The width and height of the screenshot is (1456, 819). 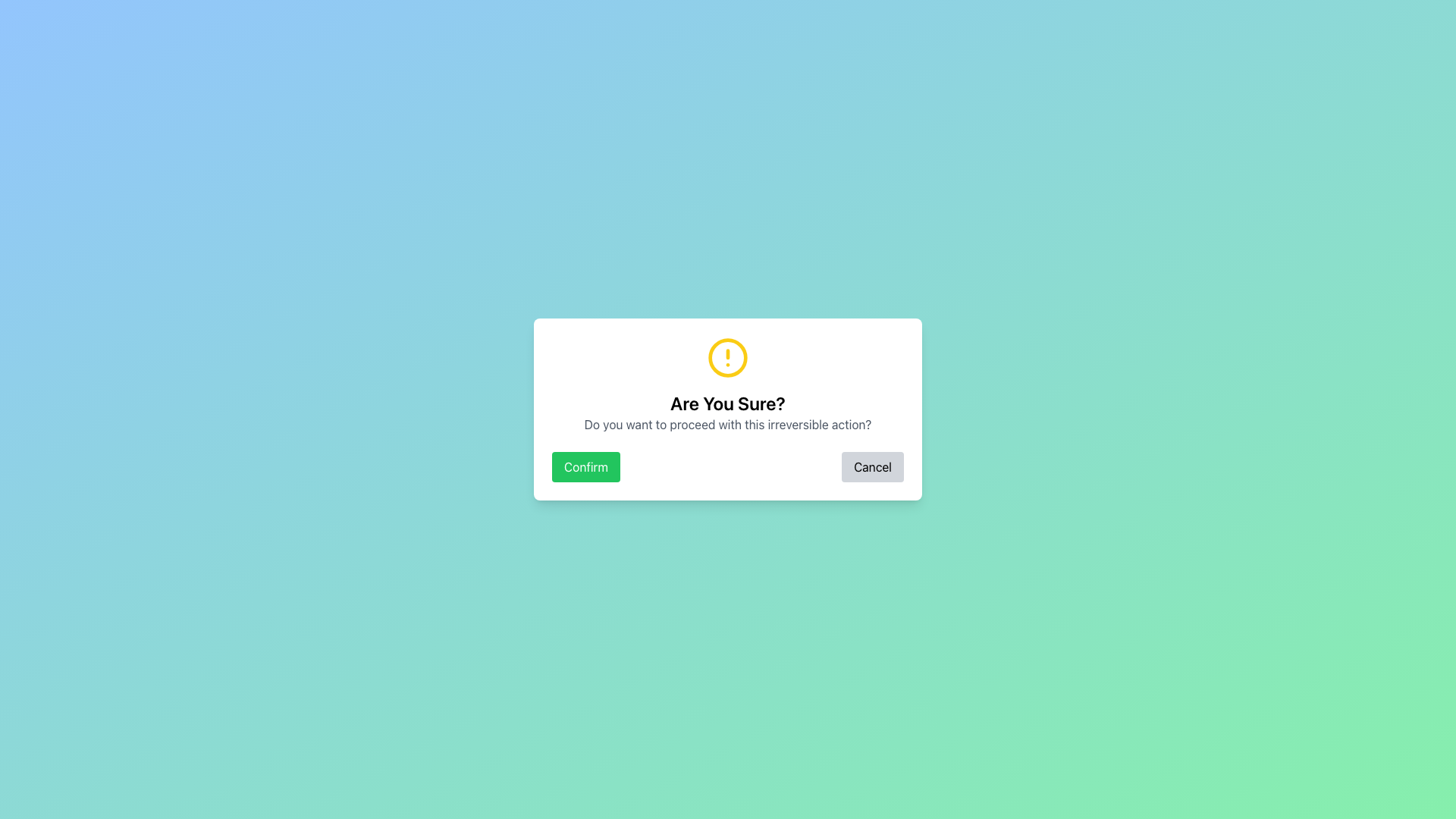 What do you see at coordinates (728, 357) in the screenshot?
I see `the innermost circle of the alert icon, which has a yellow border and a white background, located at the top-center of the confirmation dialog` at bounding box center [728, 357].